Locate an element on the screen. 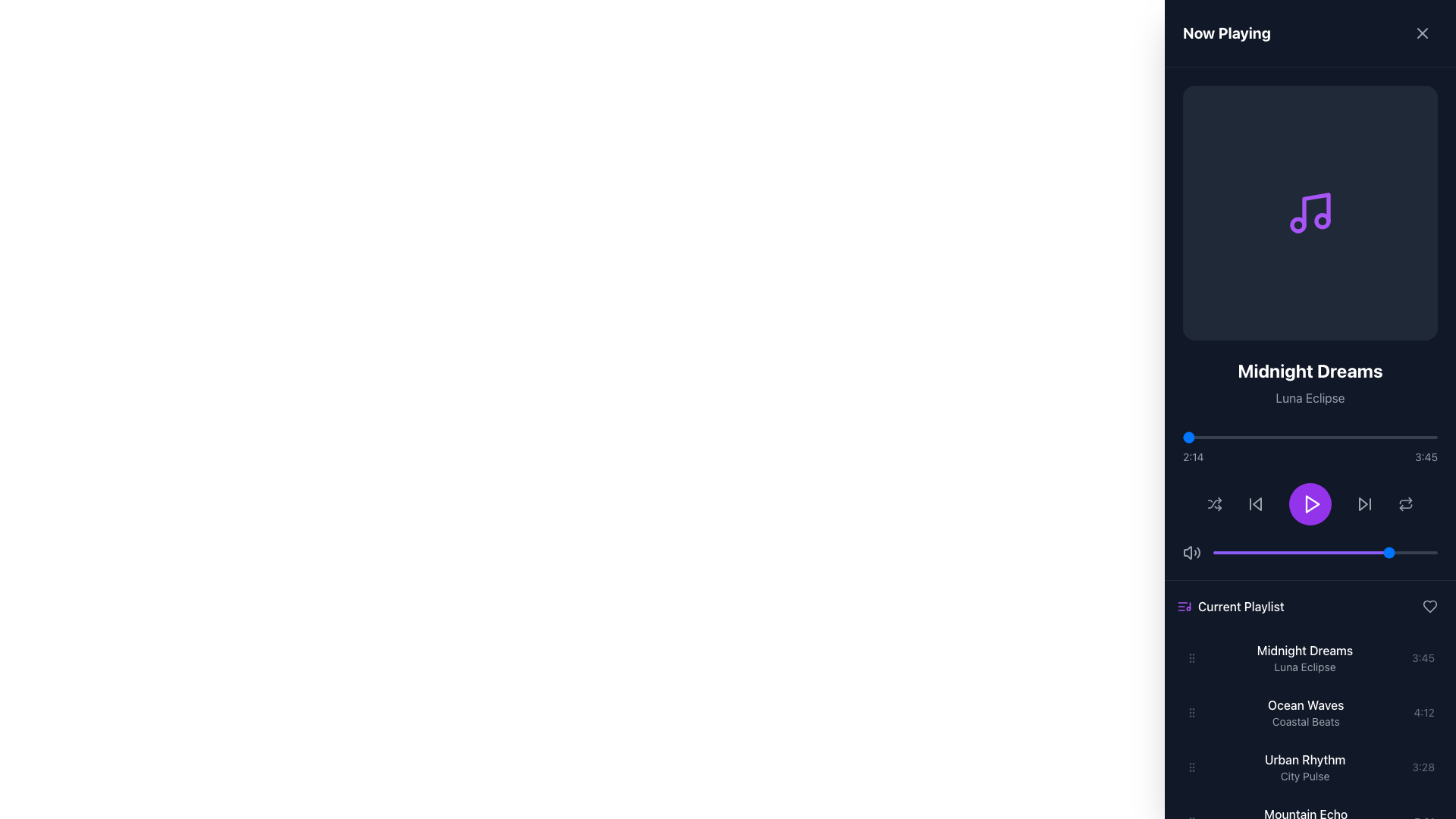 The image size is (1456, 819). the playback progress is located at coordinates (1221, 438).